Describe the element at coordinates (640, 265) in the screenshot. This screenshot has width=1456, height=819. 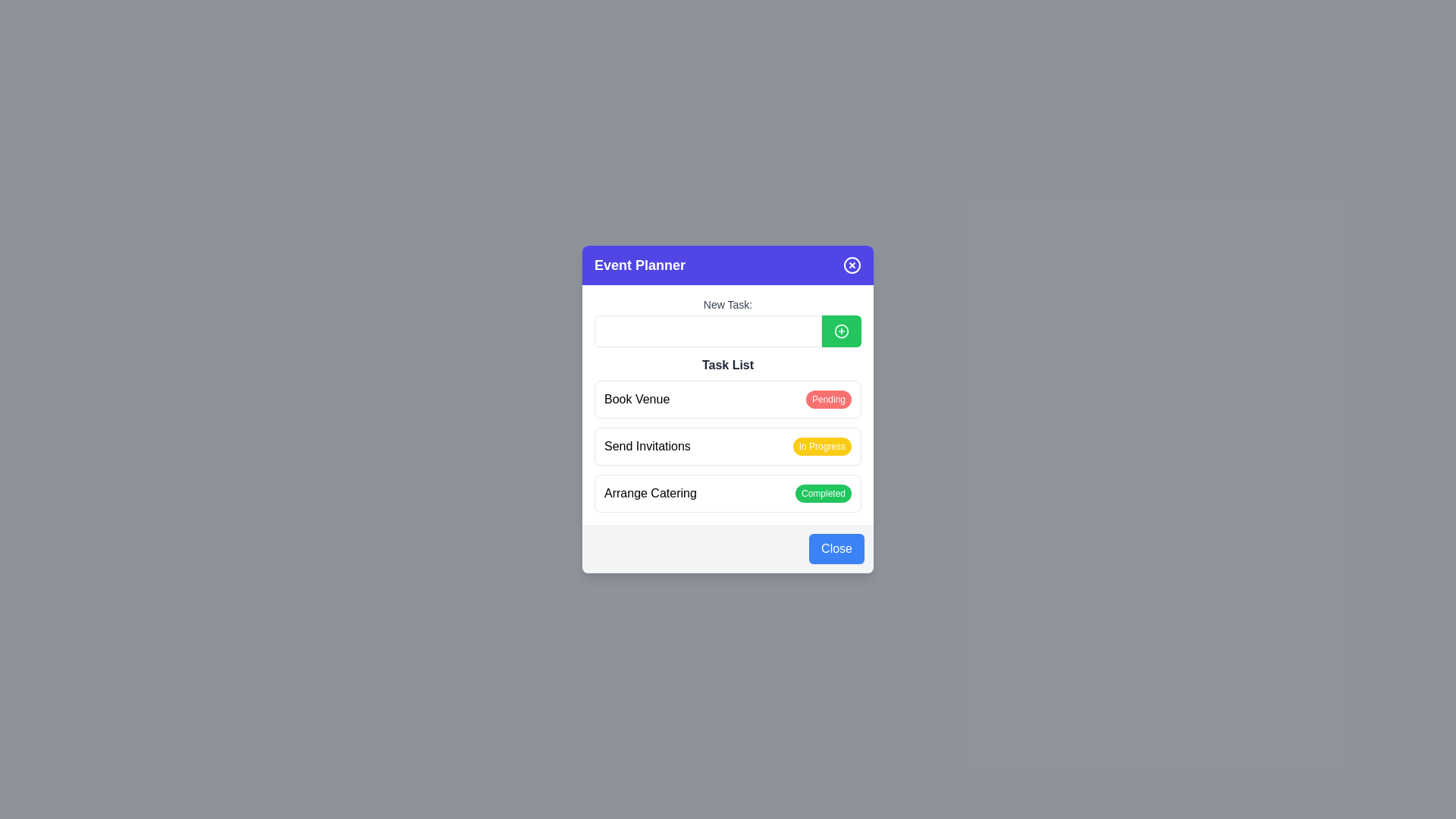
I see `bold, large white text 'Event Planner' located at the top of the modal against a purple background` at that location.